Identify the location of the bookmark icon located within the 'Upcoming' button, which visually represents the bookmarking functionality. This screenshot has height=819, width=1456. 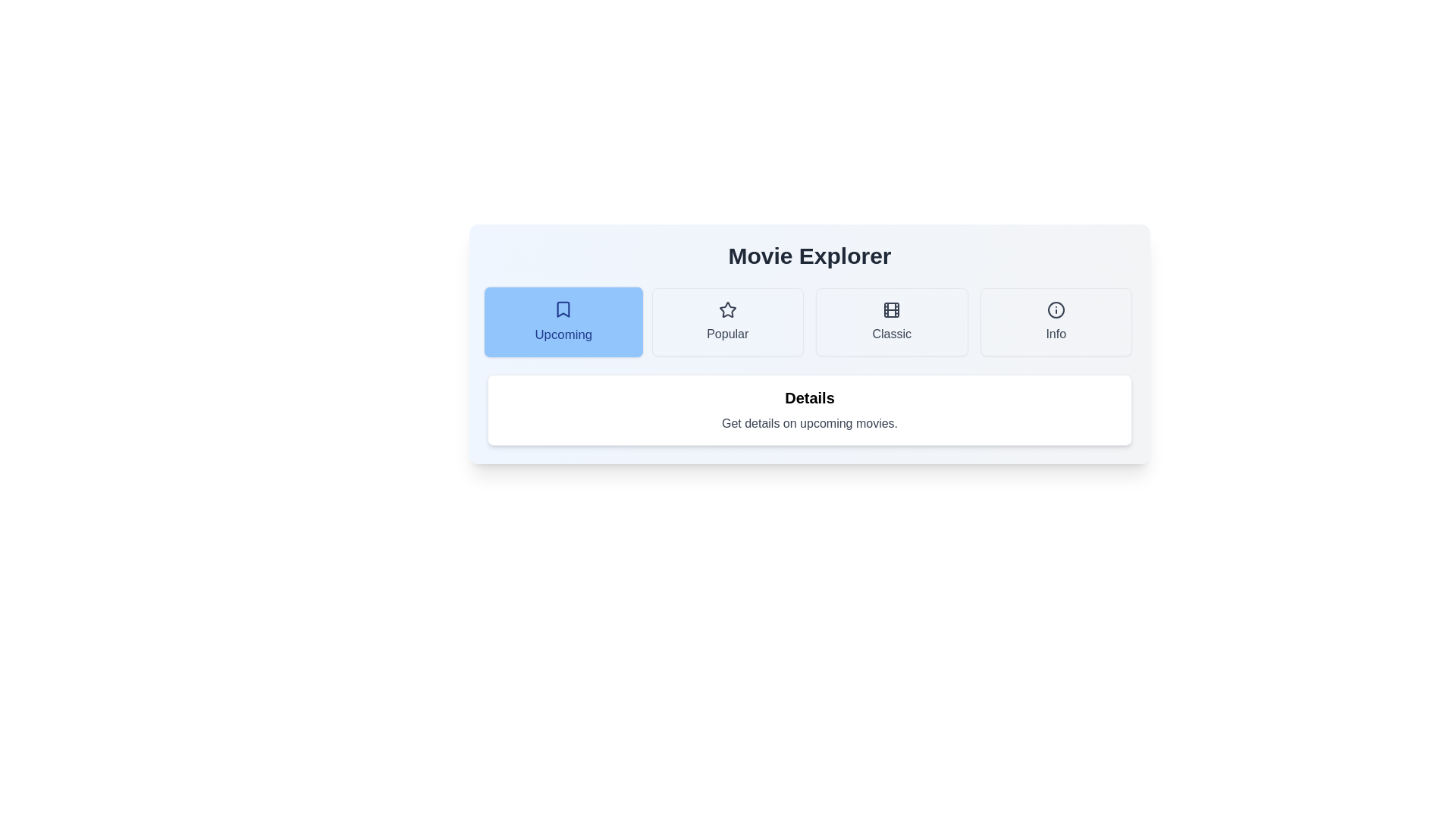
(563, 309).